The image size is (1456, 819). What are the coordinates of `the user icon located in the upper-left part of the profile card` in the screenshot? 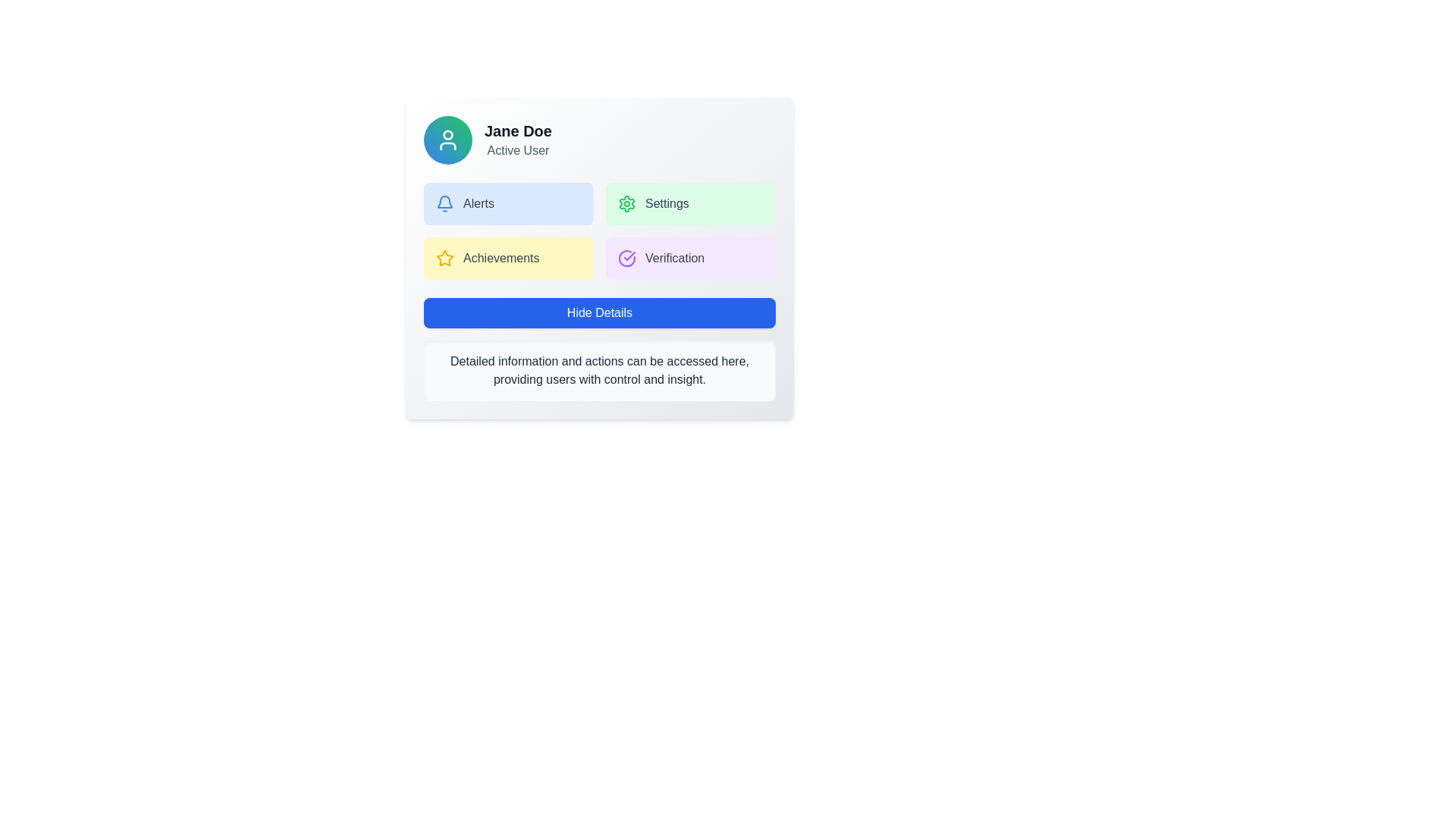 It's located at (447, 140).